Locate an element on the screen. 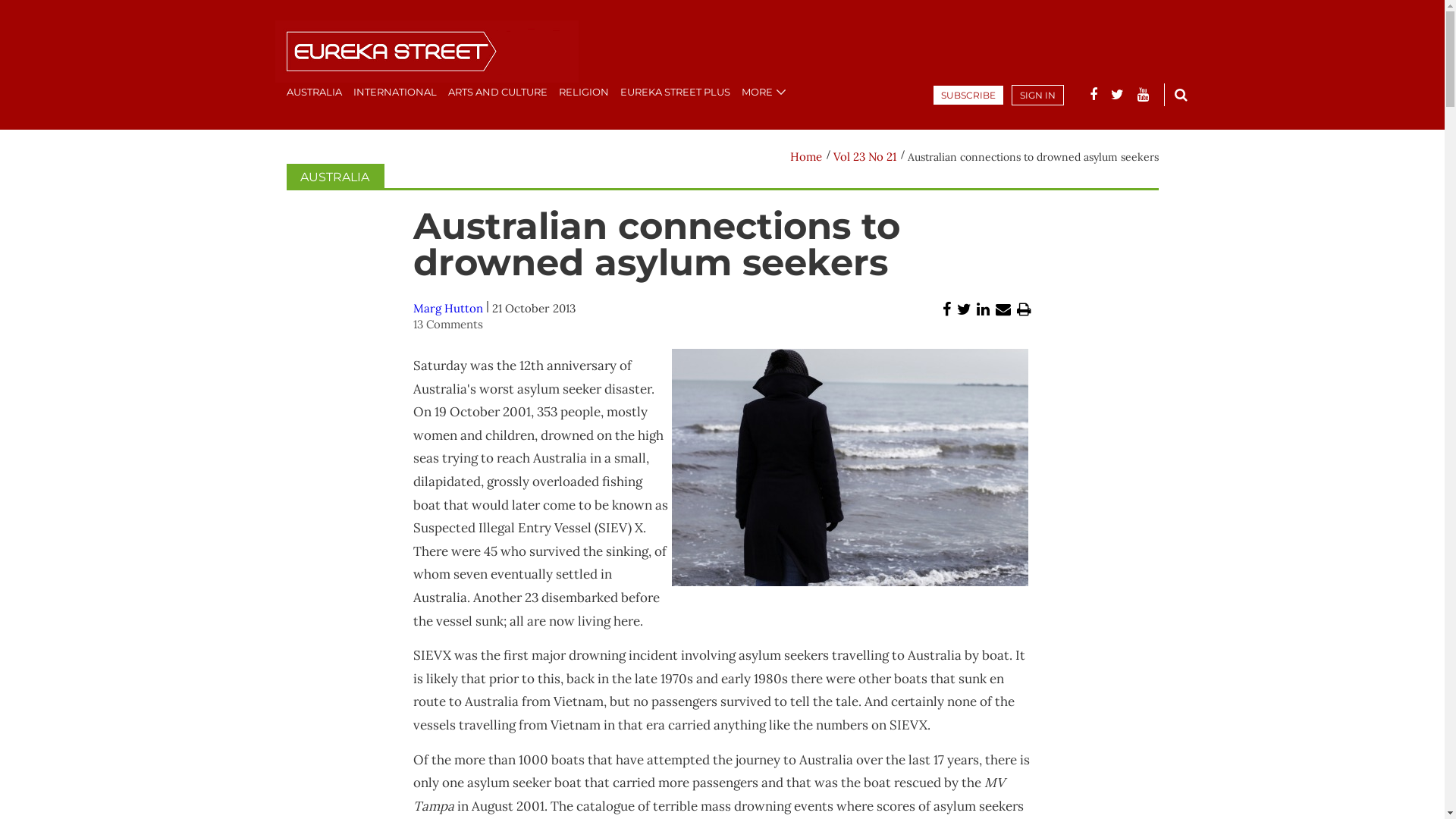 The width and height of the screenshot is (1456, 819). 'Twitter' is located at coordinates (963, 309).